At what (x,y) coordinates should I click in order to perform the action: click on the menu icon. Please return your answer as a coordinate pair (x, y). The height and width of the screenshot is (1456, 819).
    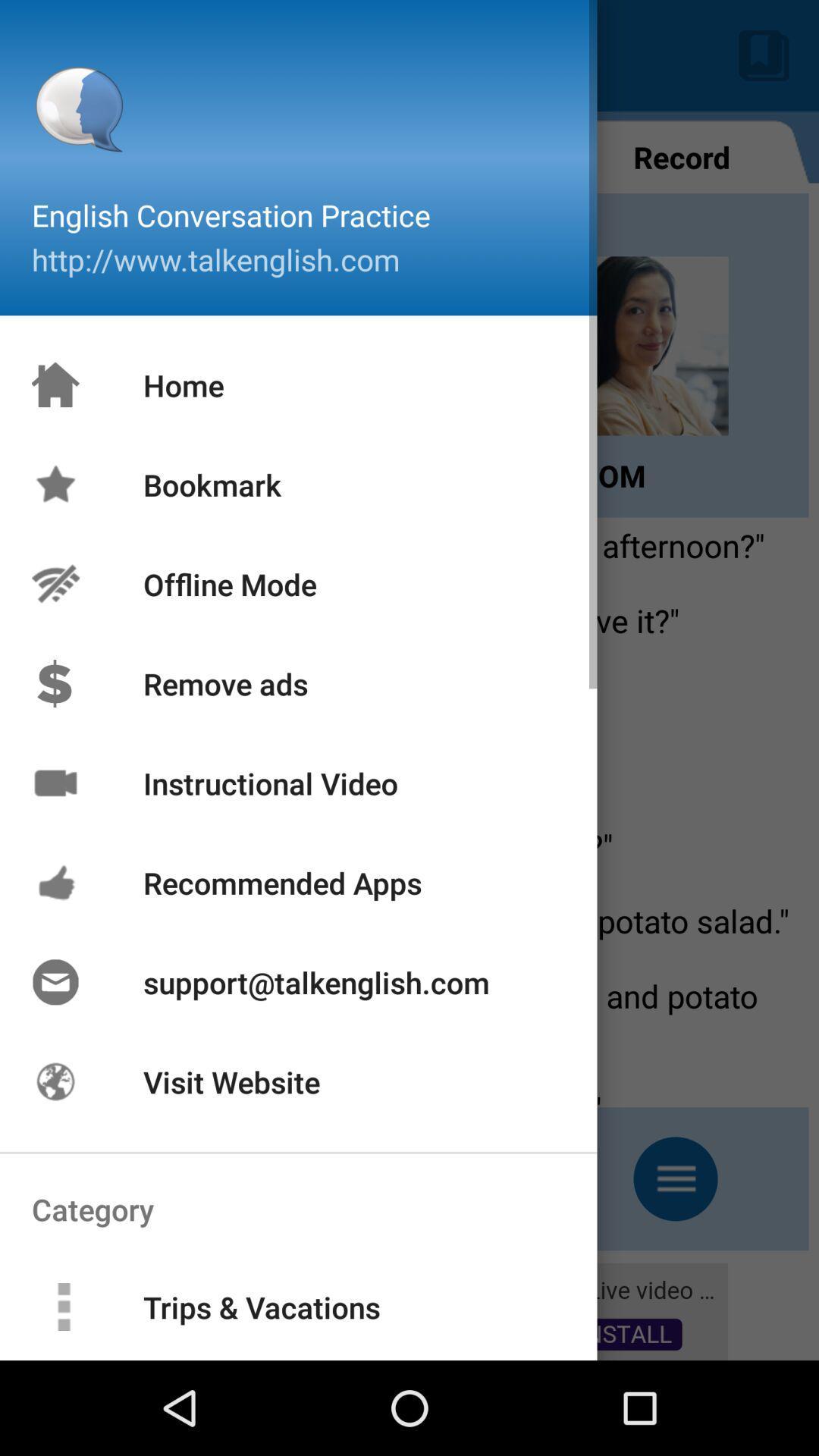
    Looking at the image, I should click on (675, 1178).